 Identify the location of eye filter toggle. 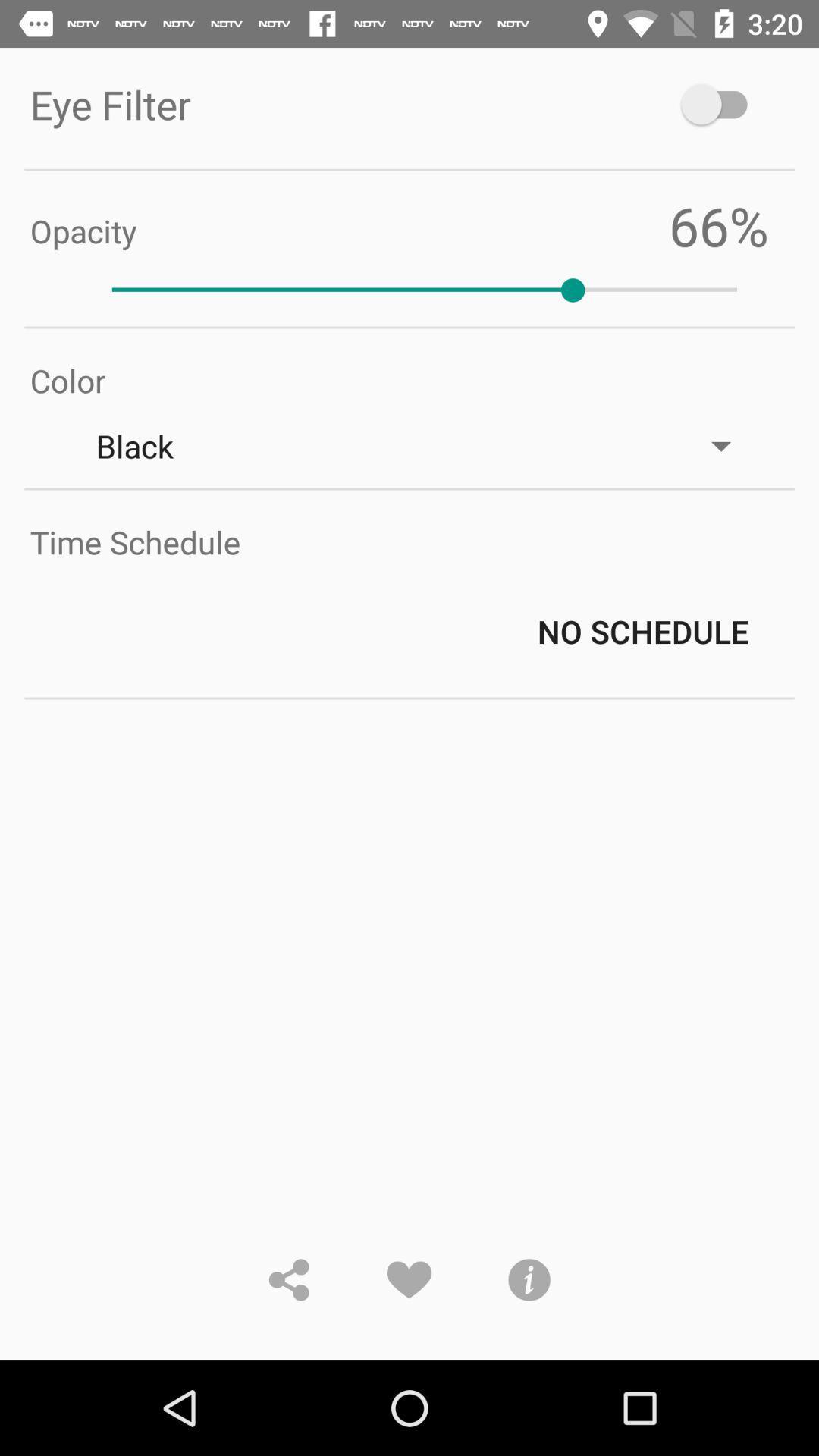
(720, 103).